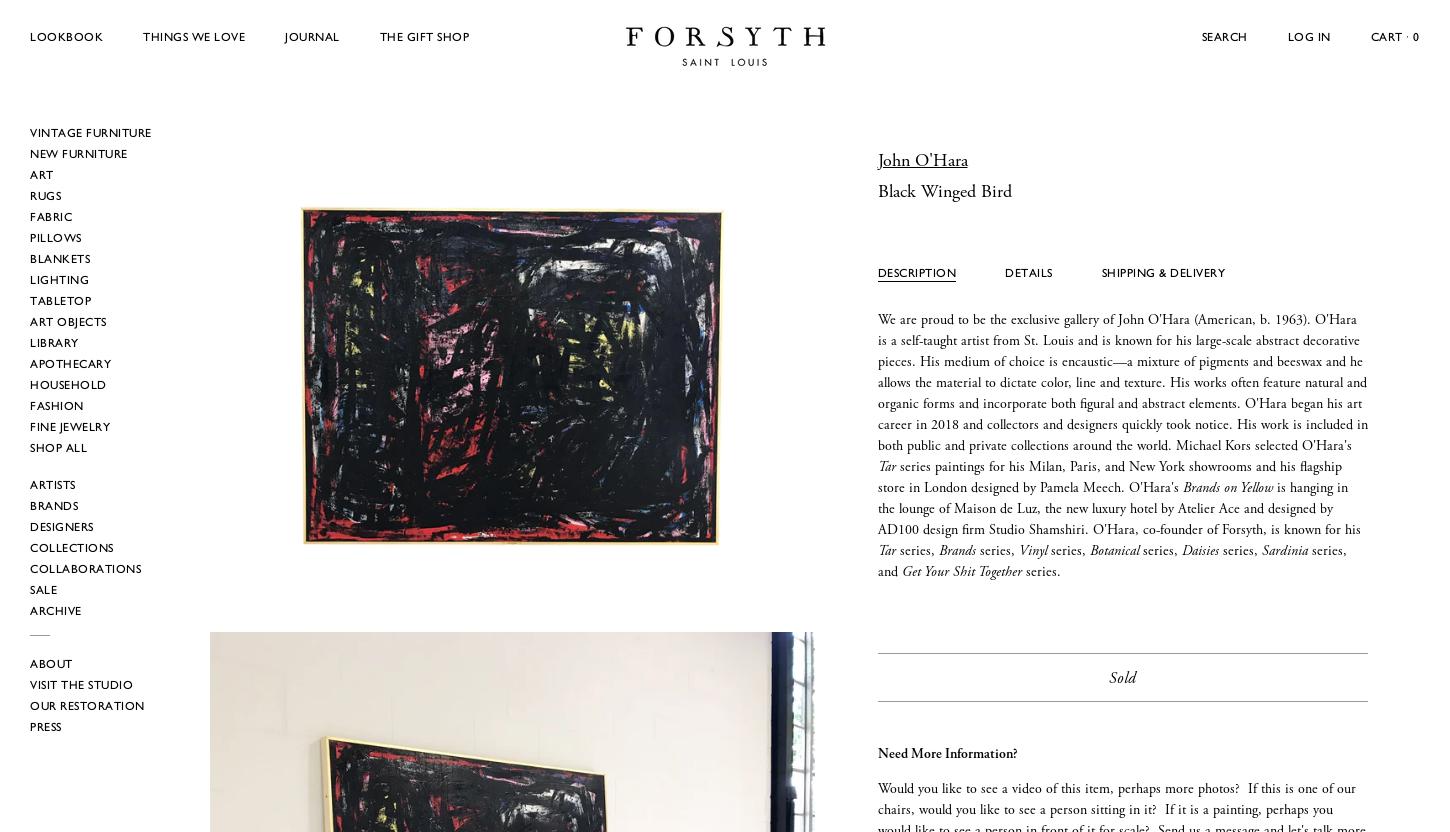 The width and height of the screenshot is (1450, 832). What do you see at coordinates (955, 551) in the screenshot?
I see `'Brands'` at bounding box center [955, 551].